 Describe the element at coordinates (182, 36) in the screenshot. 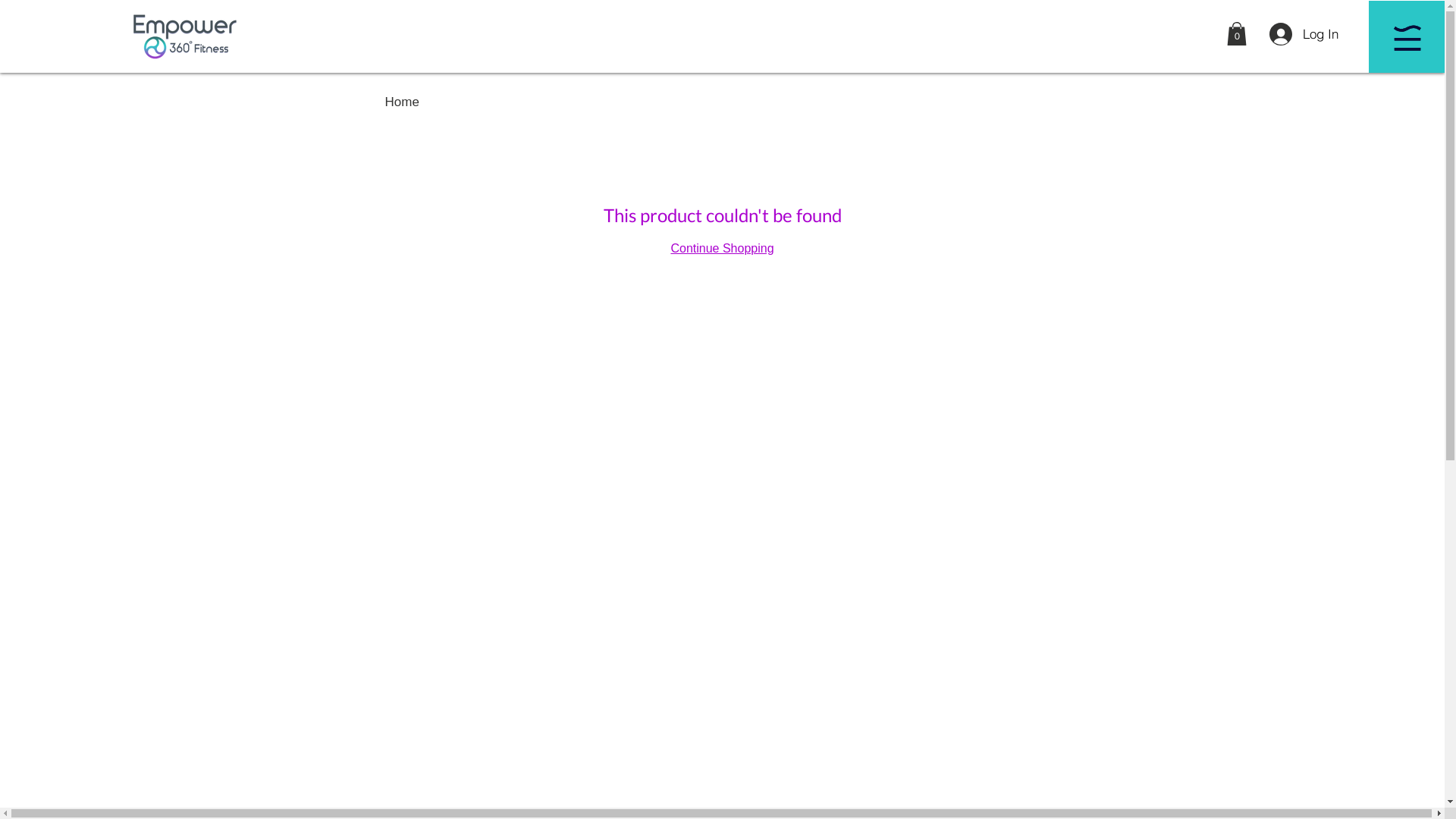

I see `'Empower360Fitness logo'` at that location.